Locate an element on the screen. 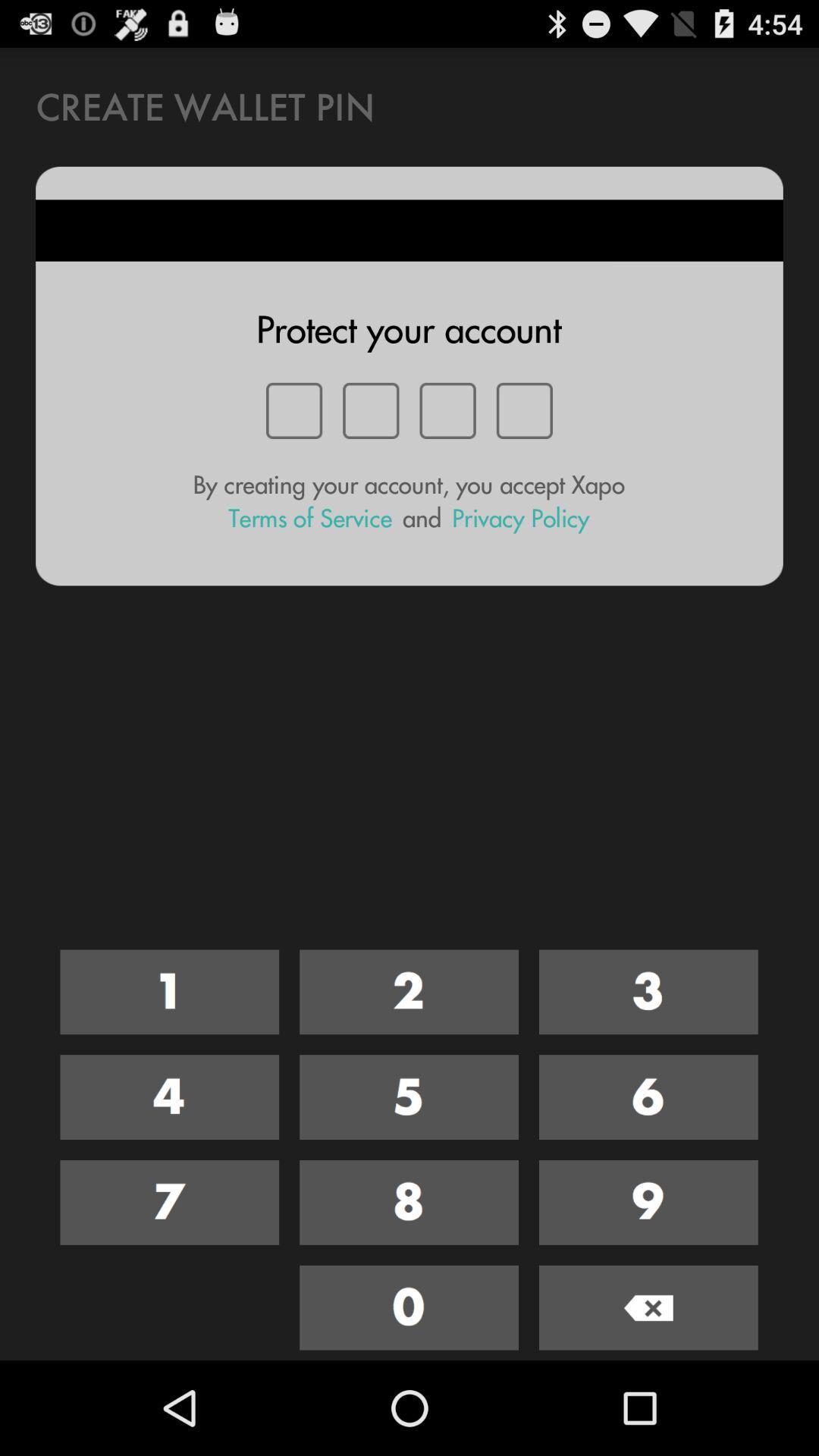 This screenshot has width=819, height=1456. the number 5 button is located at coordinates (408, 1097).